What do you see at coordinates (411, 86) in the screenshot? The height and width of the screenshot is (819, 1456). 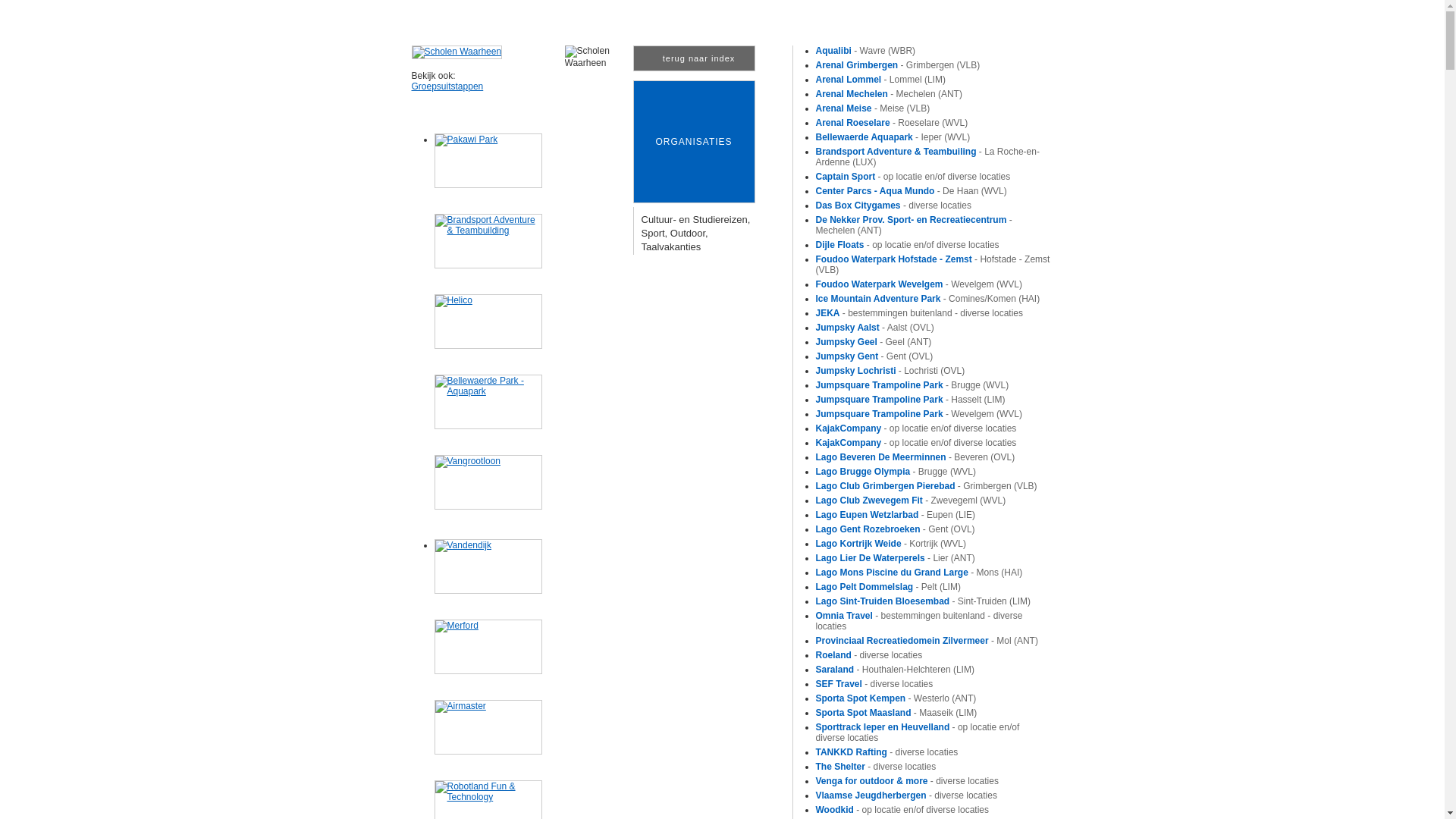 I see `'Groepsuitstappen'` at bounding box center [411, 86].